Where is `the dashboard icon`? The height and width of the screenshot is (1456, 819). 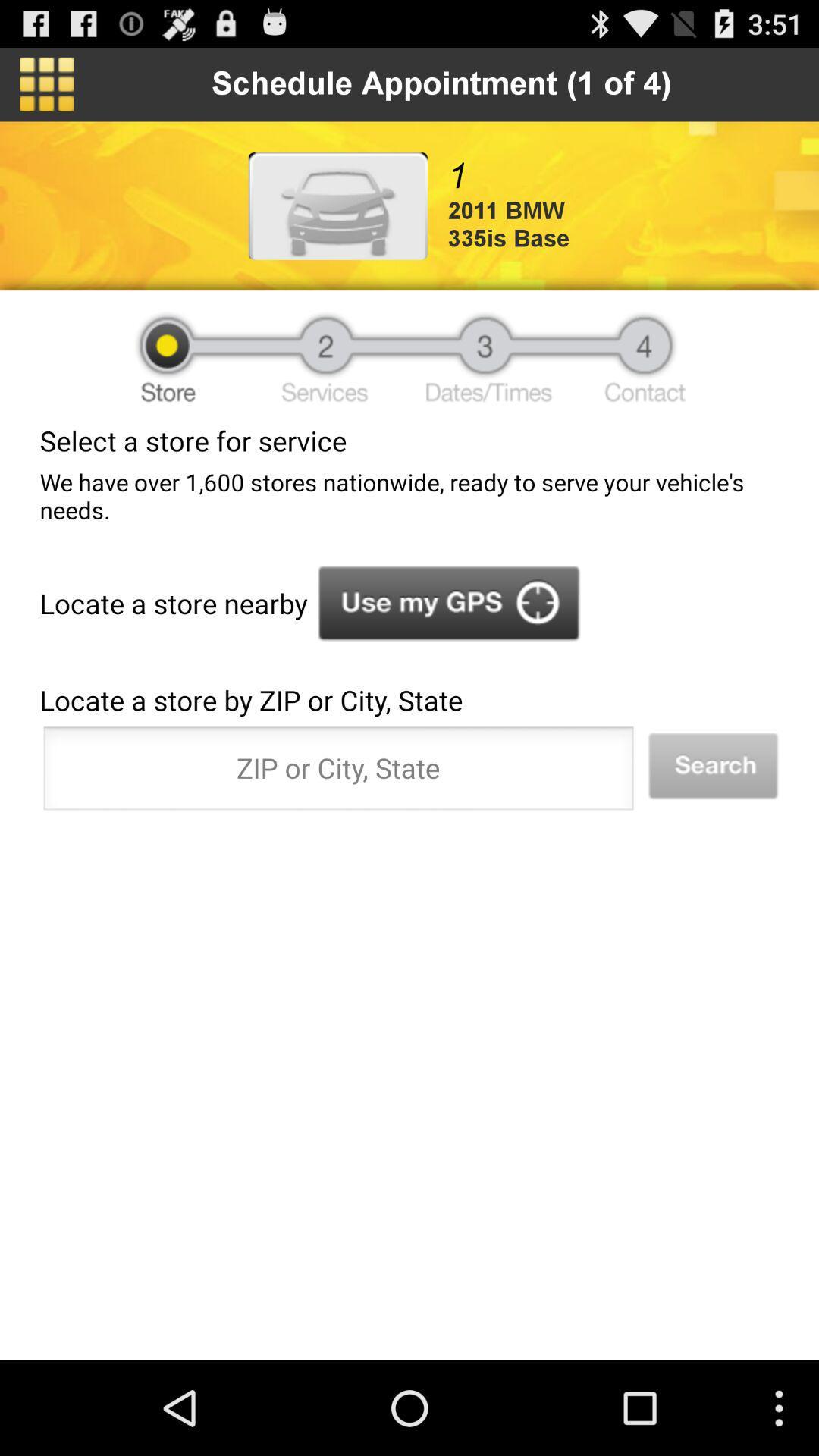
the dashboard icon is located at coordinates (45, 89).